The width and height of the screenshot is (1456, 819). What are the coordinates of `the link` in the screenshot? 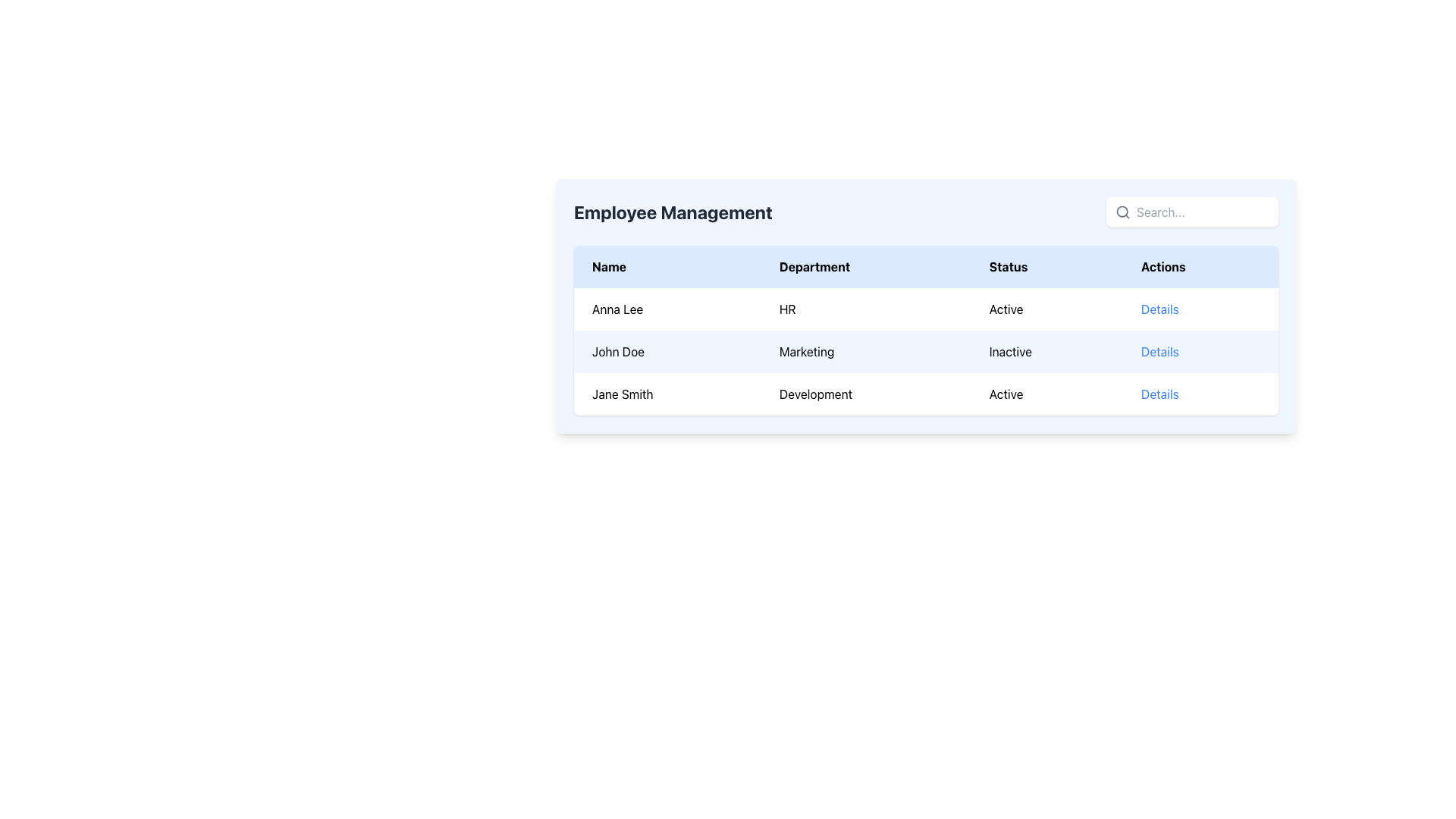 It's located at (1159, 309).